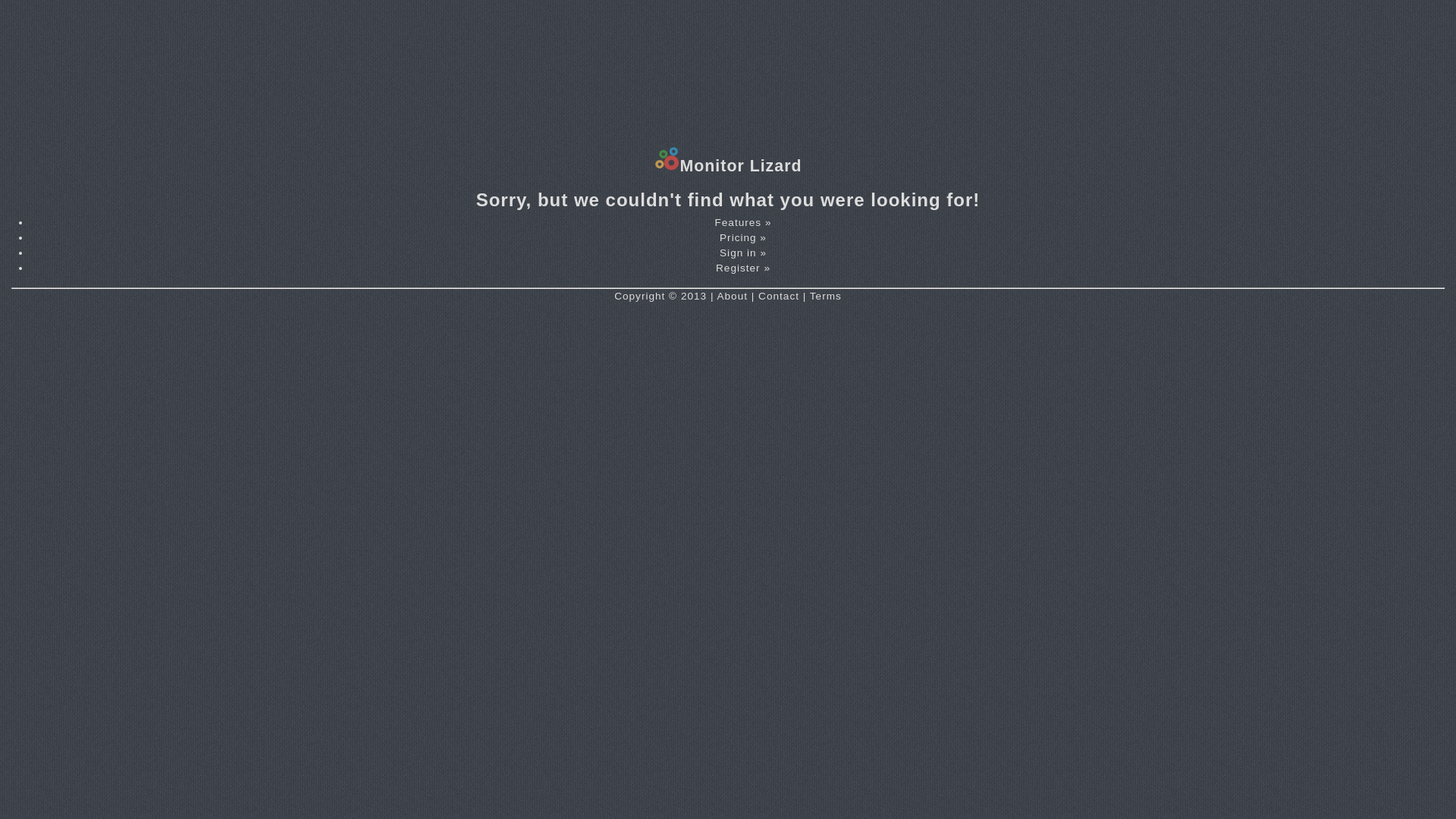 The width and height of the screenshot is (1456, 819). Describe the element at coordinates (732, 296) in the screenshot. I see `'About'` at that location.